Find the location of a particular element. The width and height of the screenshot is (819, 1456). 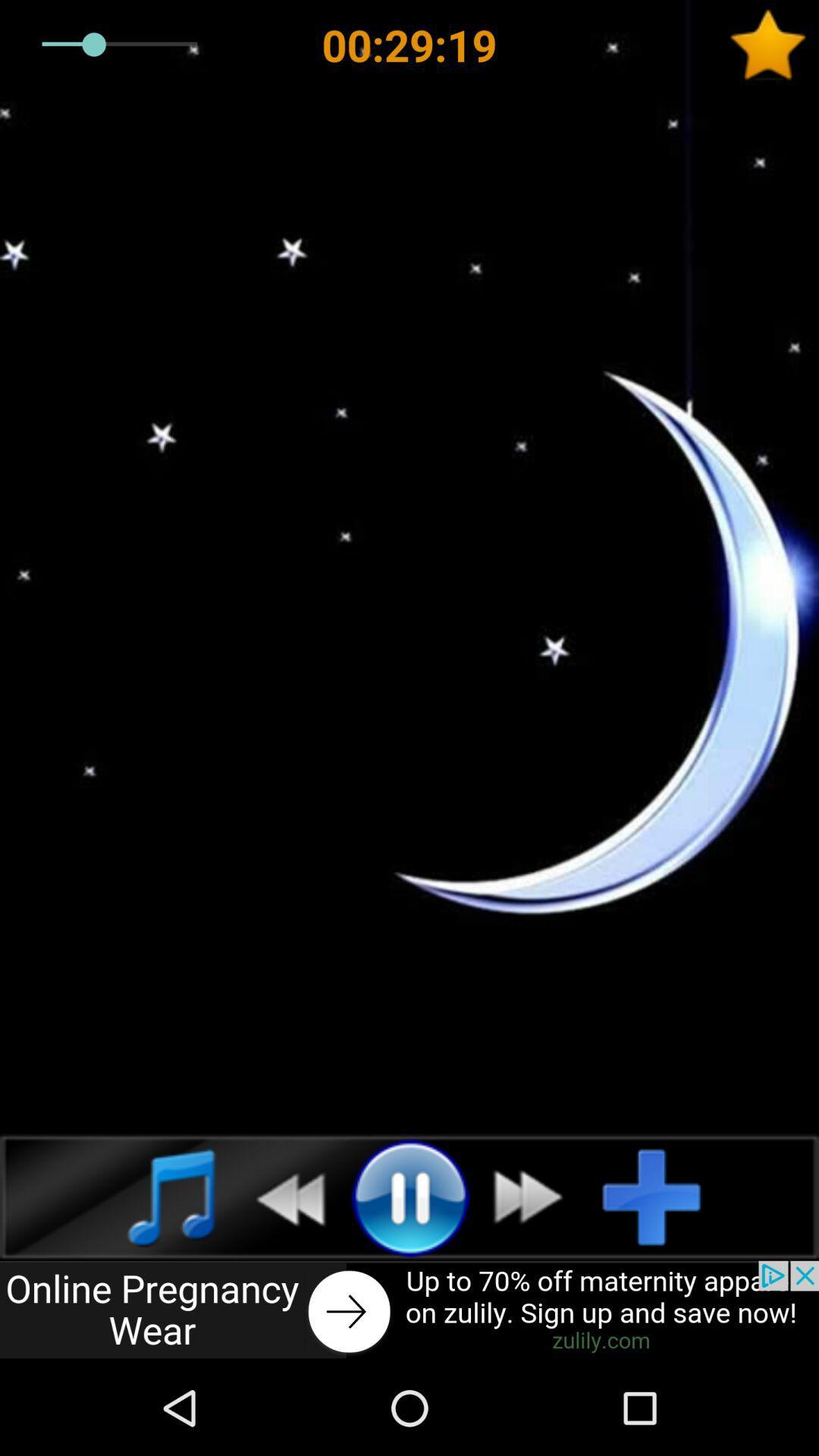

pause is located at coordinates (409, 1196).